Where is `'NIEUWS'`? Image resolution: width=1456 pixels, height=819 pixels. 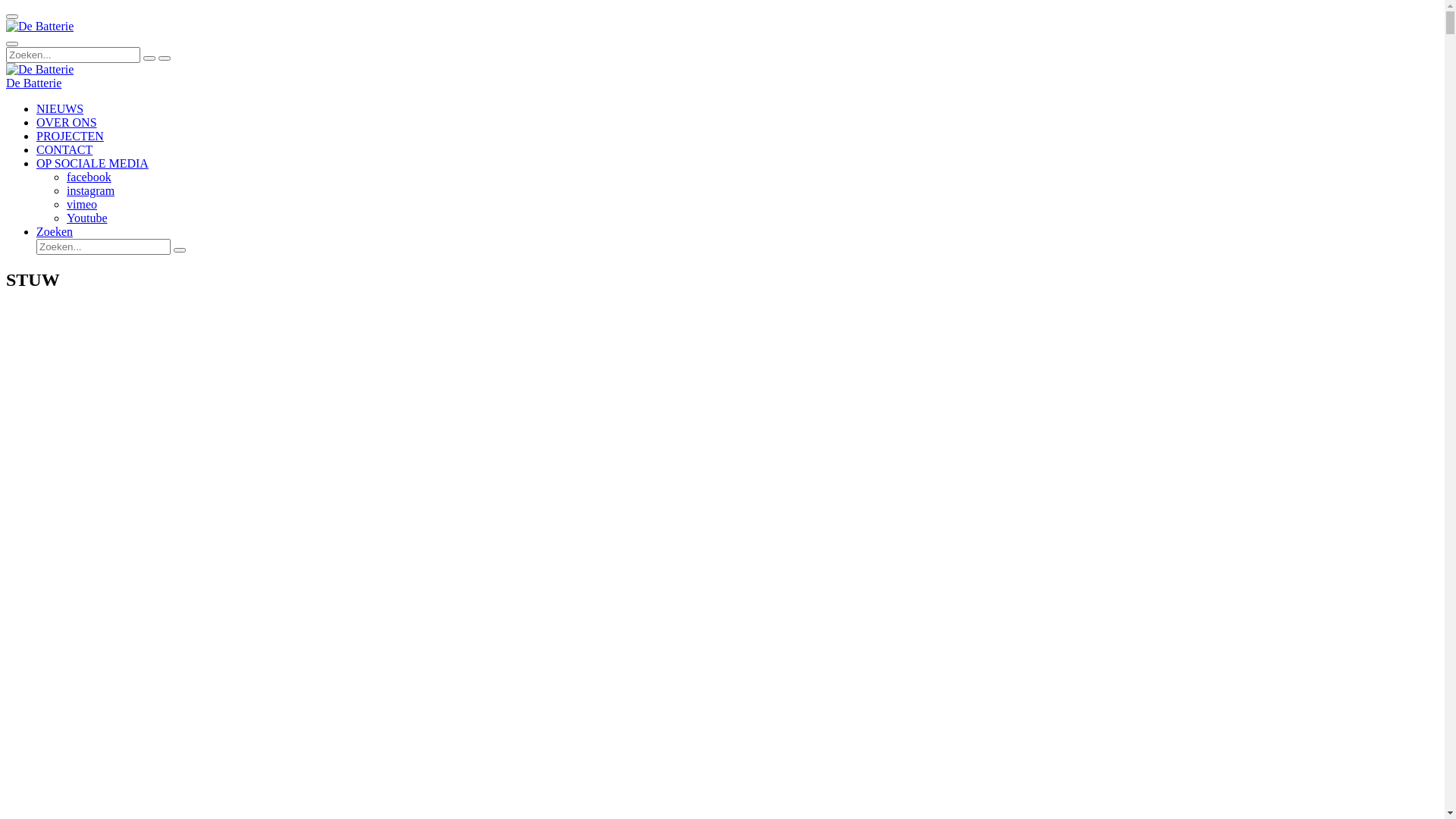
'NIEUWS' is located at coordinates (59, 108).